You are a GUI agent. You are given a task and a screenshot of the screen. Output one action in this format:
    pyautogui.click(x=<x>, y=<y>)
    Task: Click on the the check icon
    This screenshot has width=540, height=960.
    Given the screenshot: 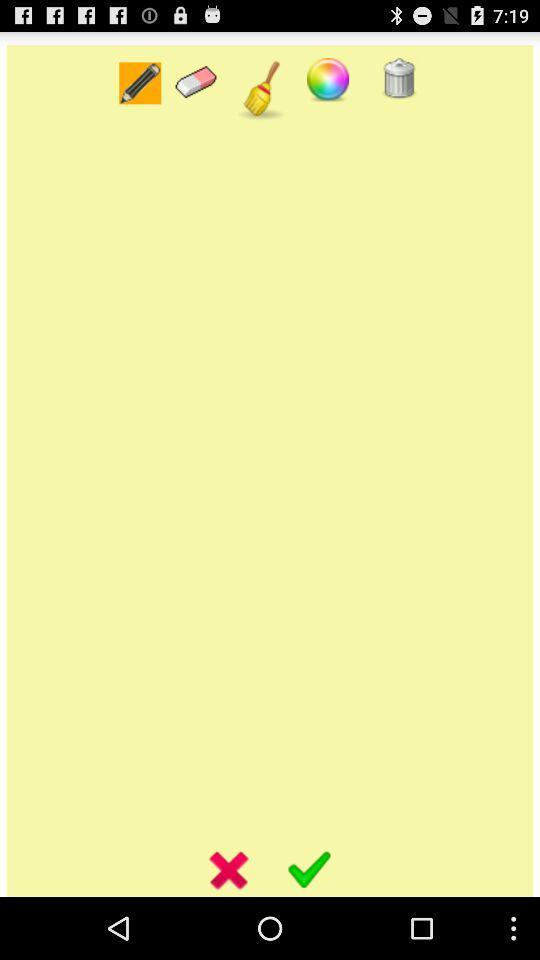 What is the action you would take?
    pyautogui.click(x=309, y=930)
    